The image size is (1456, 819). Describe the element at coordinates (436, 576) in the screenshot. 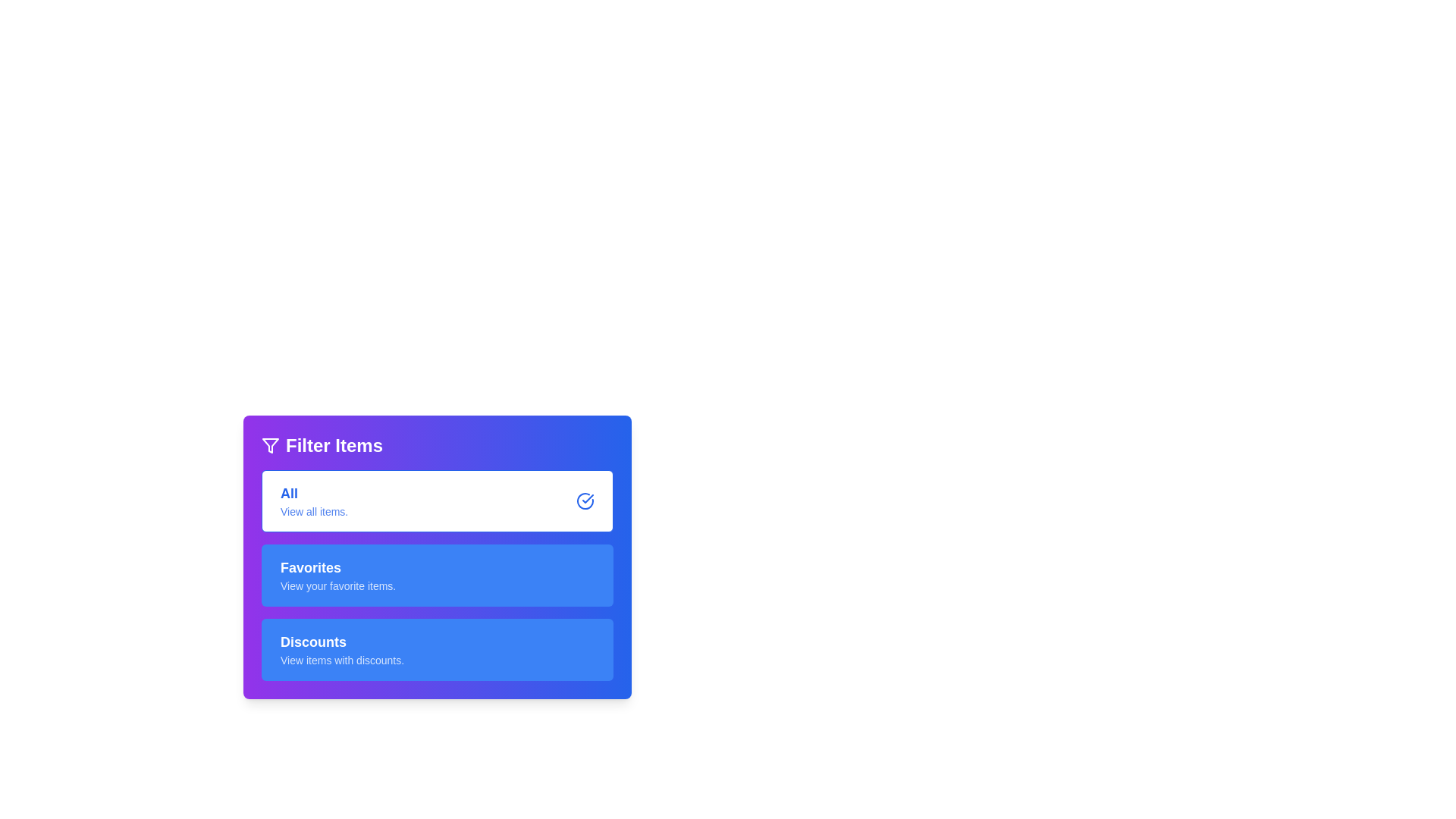

I see `the 'Favorites' filter button, which is the second button in the vertical list of three buttons labeled 'Filter Items'` at that location.